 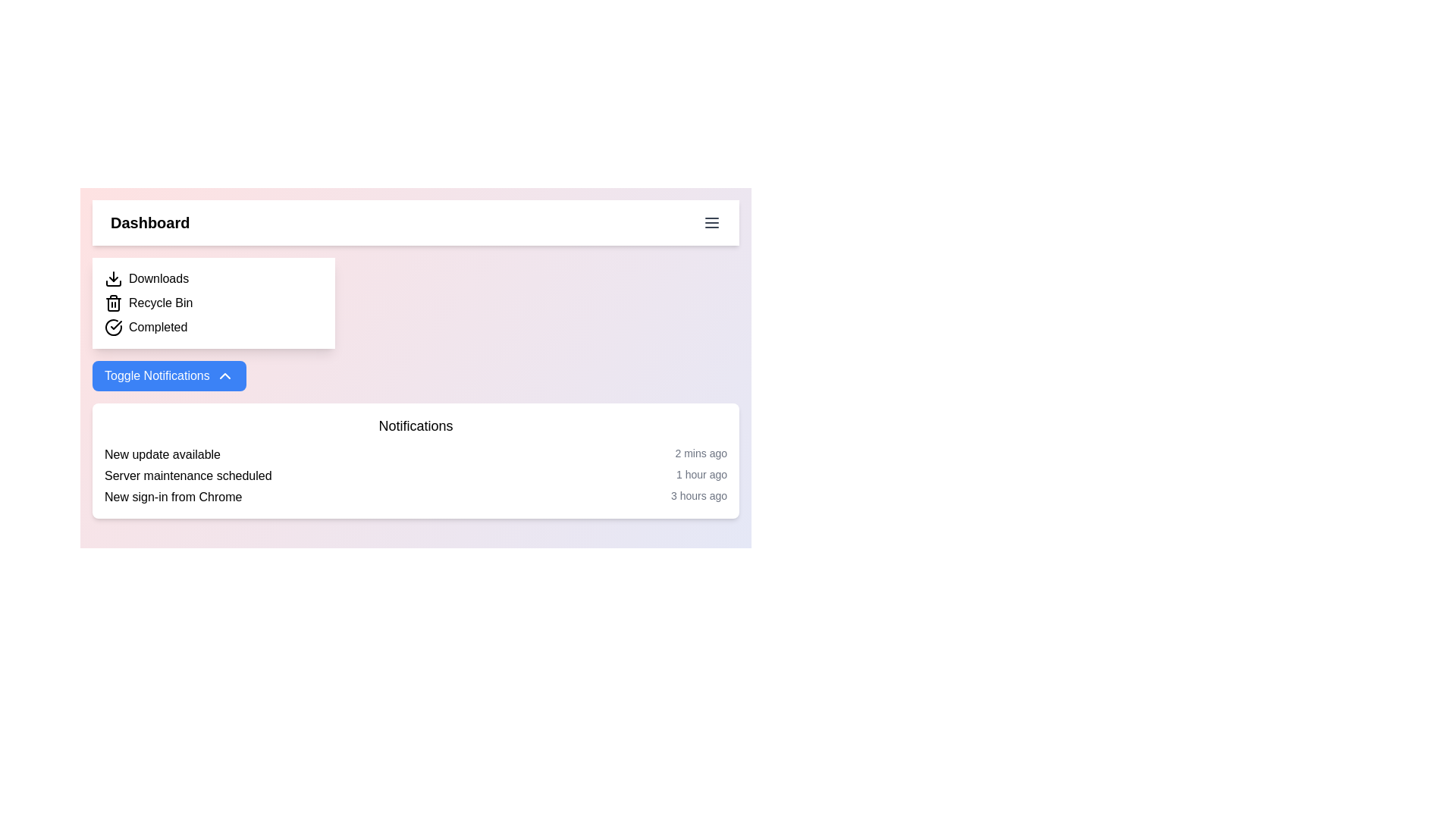 I want to click on the 'Completed' category icon, which is the last item in the vertical list of icons in the left-hand menu, so click(x=112, y=327).